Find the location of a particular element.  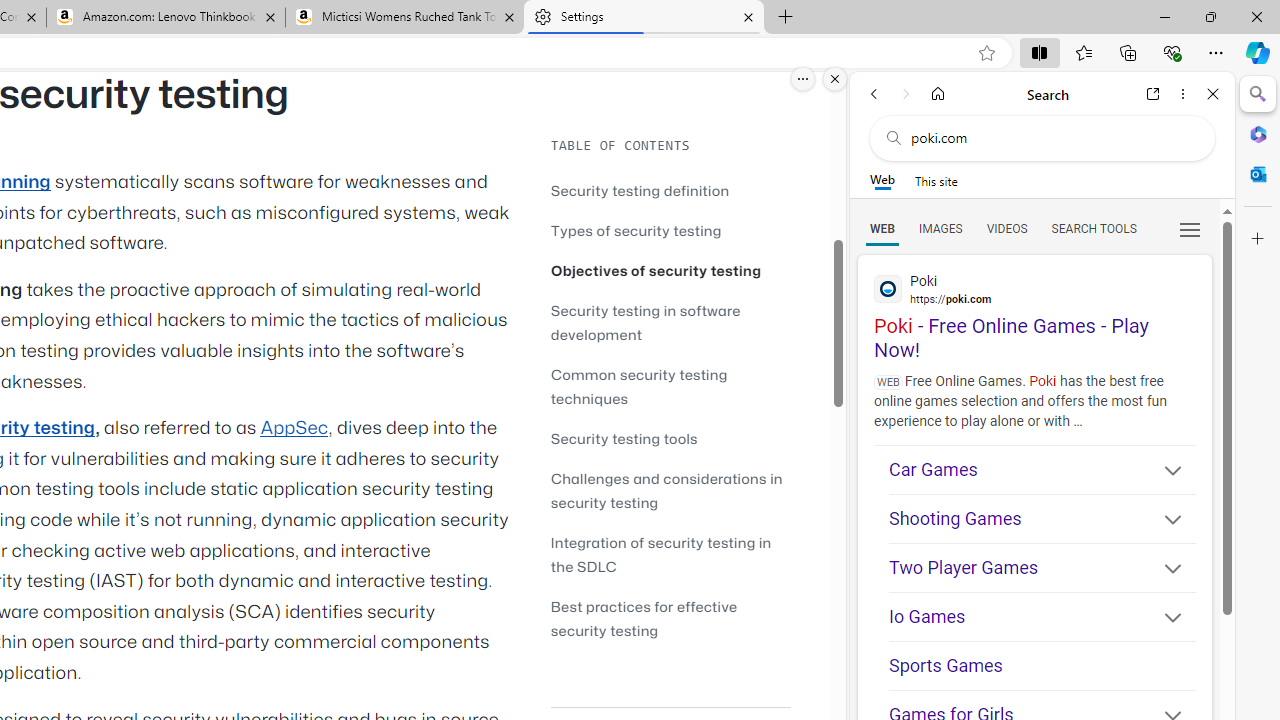

'Class: b_serphb' is located at coordinates (1190, 229).